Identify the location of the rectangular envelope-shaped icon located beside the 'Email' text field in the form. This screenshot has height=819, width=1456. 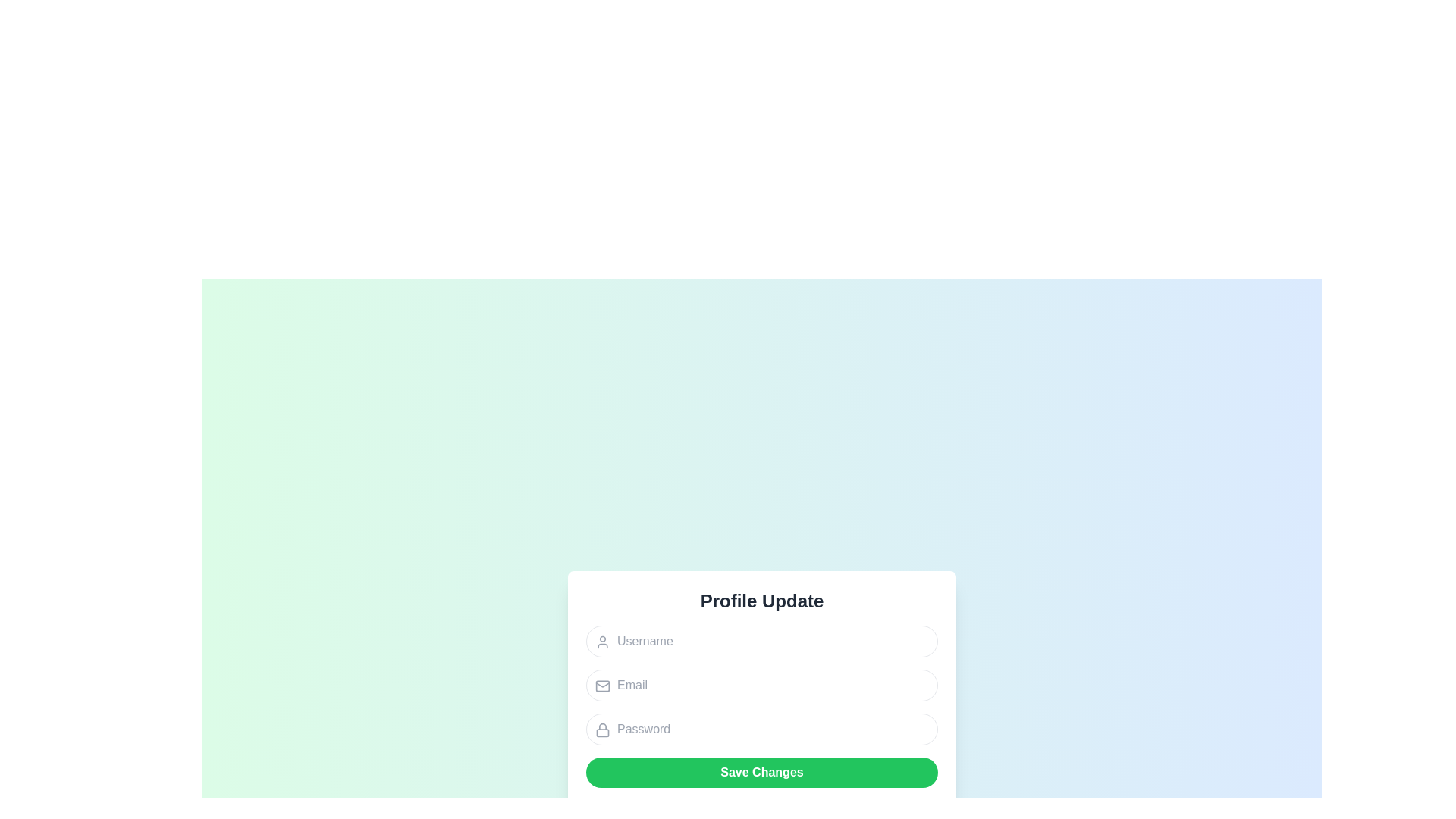
(602, 686).